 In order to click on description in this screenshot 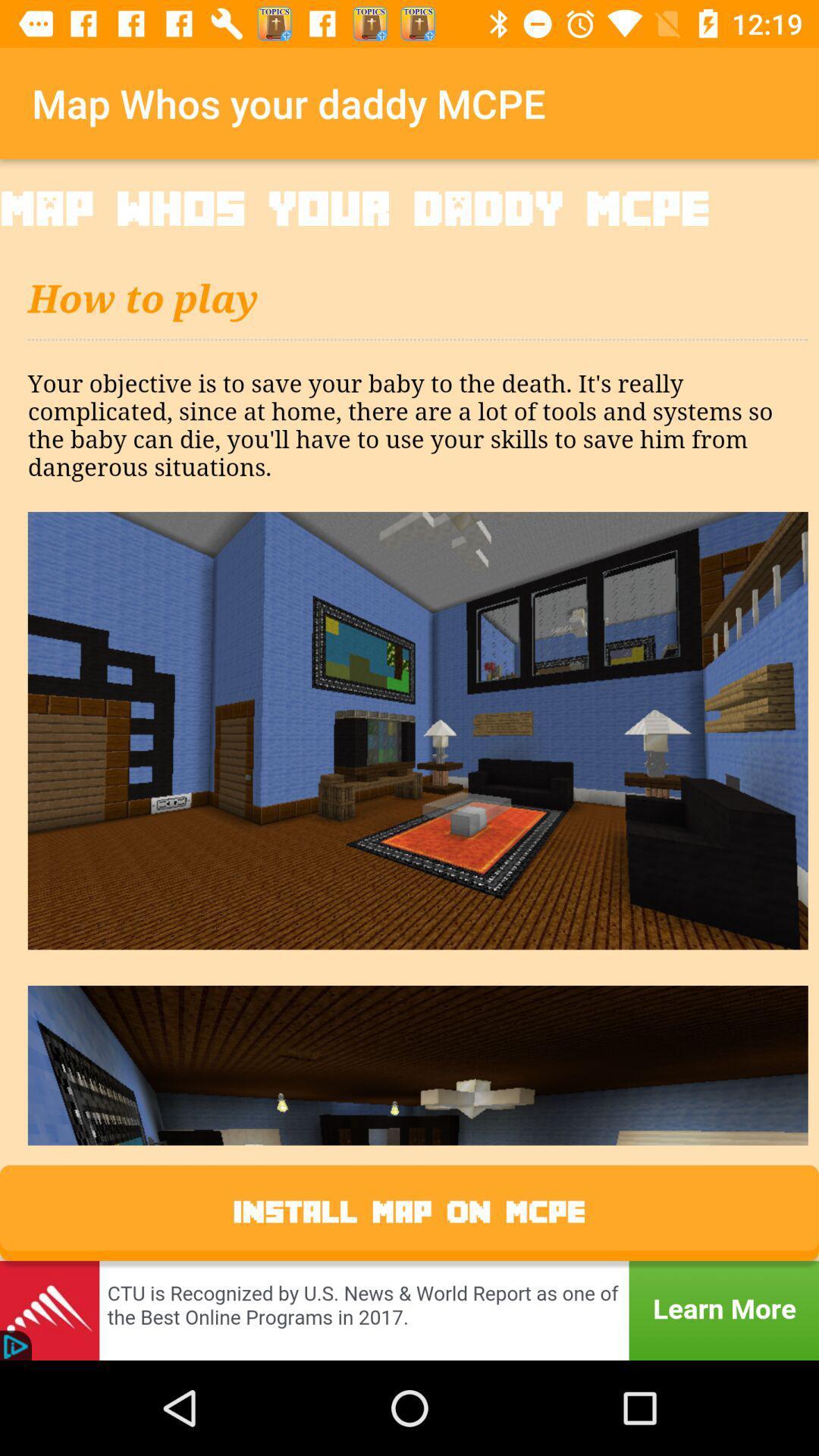, I will do `click(409, 686)`.